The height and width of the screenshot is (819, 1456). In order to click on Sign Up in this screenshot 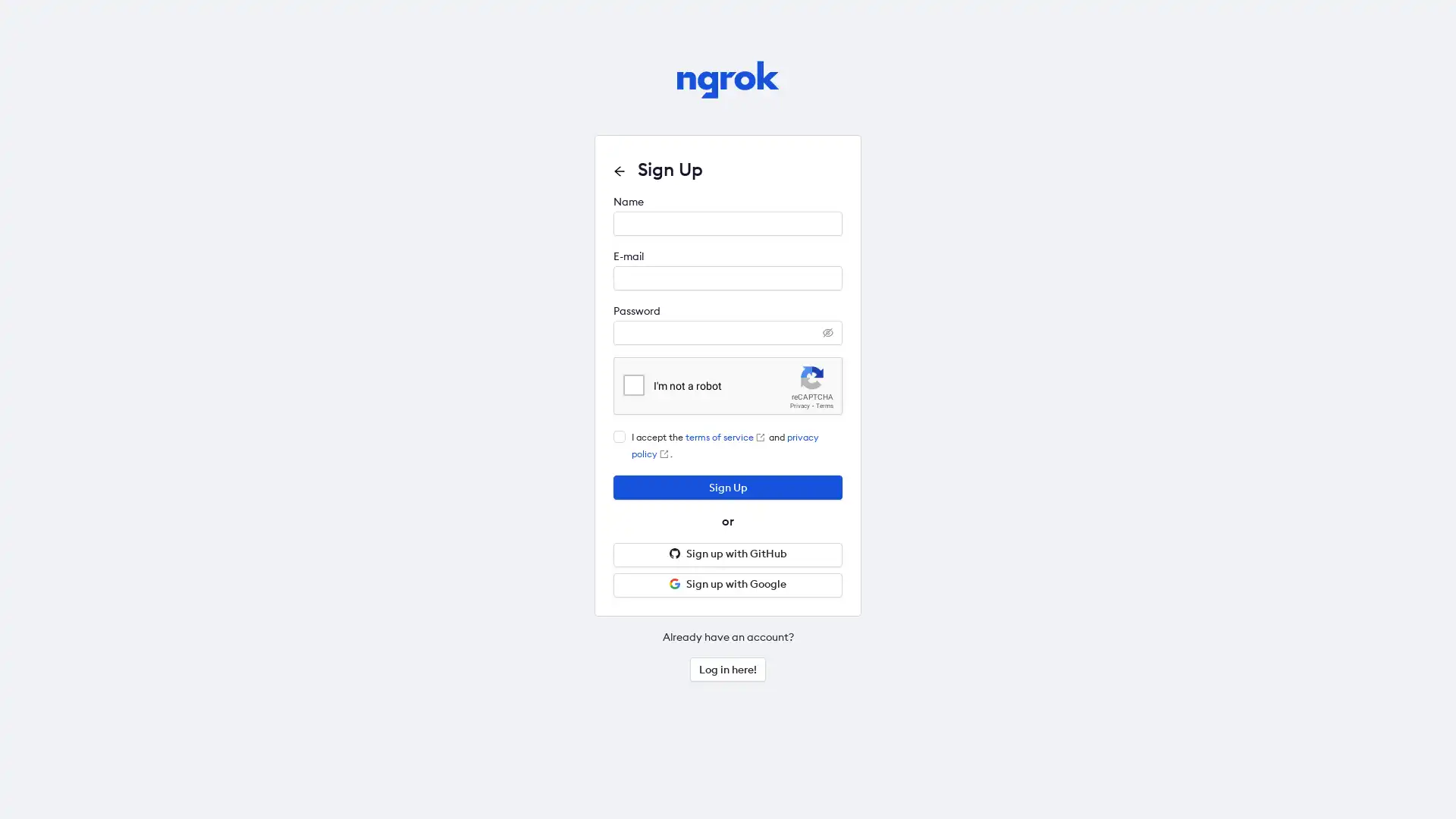, I will do `click(728, 488)`.